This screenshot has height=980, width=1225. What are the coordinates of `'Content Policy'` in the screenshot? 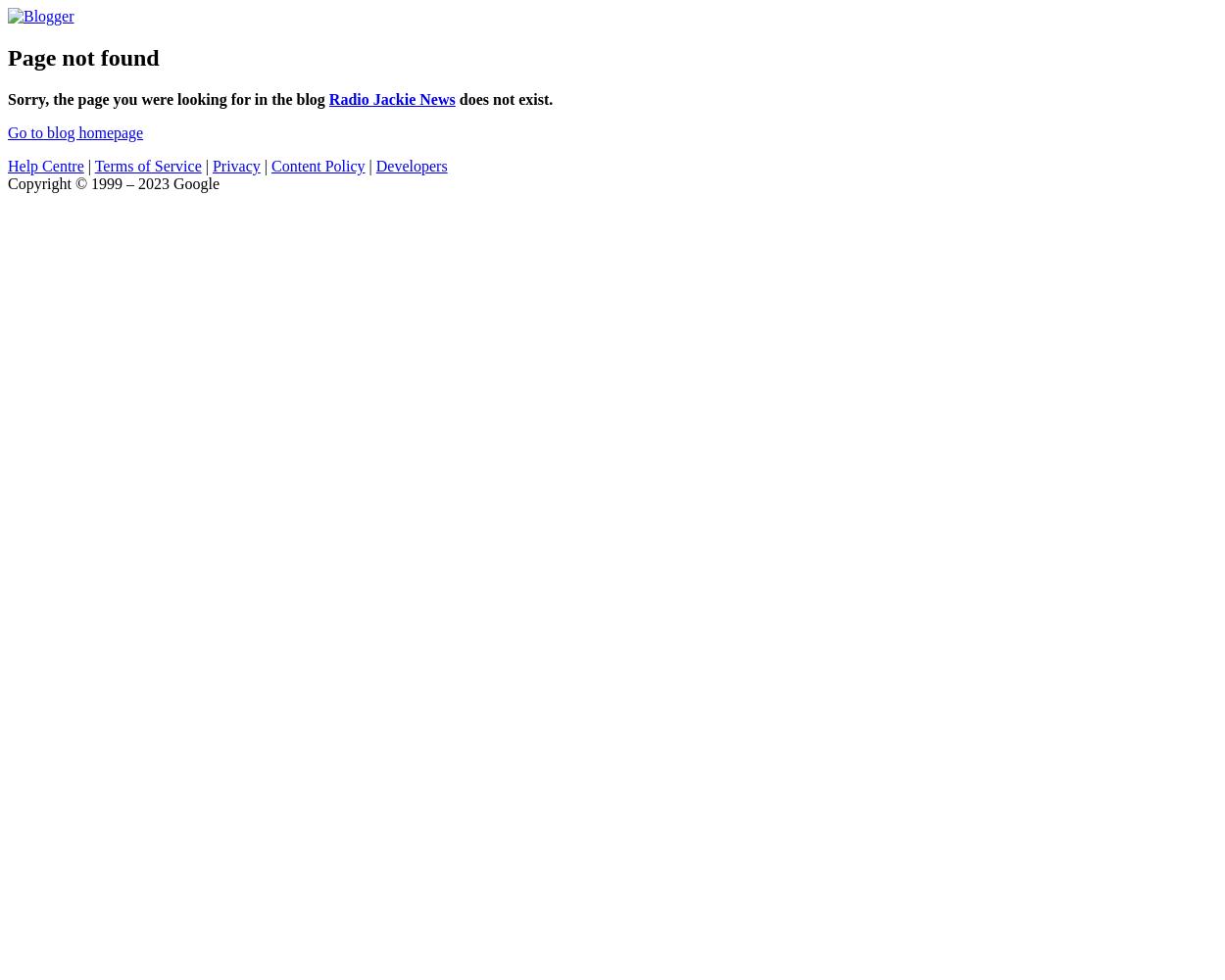 It's located at (317, 165).